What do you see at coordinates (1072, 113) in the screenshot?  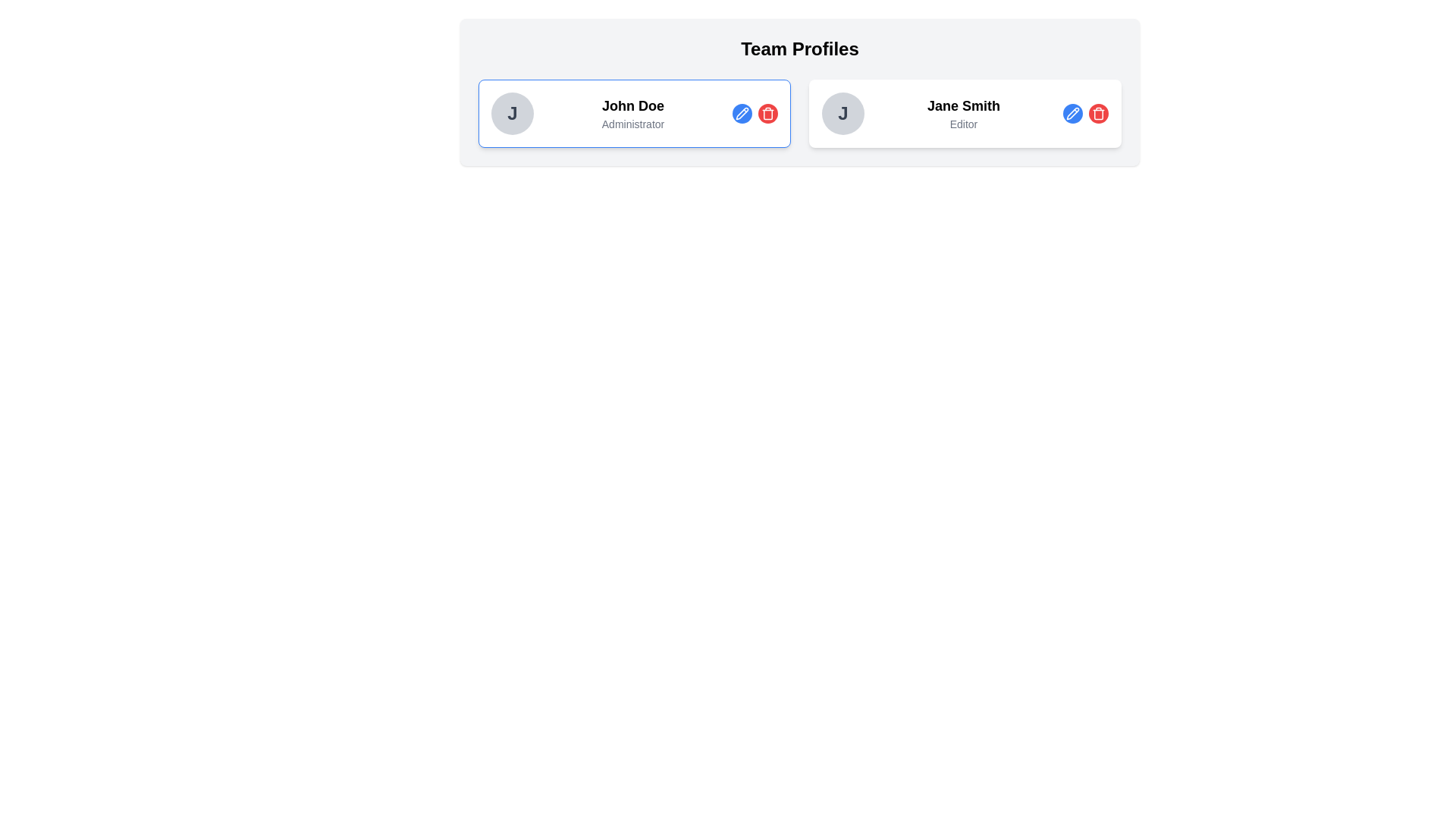 I see `the edit icon button located in Jane Smith's profile component` at bounding box center [1072, 113].